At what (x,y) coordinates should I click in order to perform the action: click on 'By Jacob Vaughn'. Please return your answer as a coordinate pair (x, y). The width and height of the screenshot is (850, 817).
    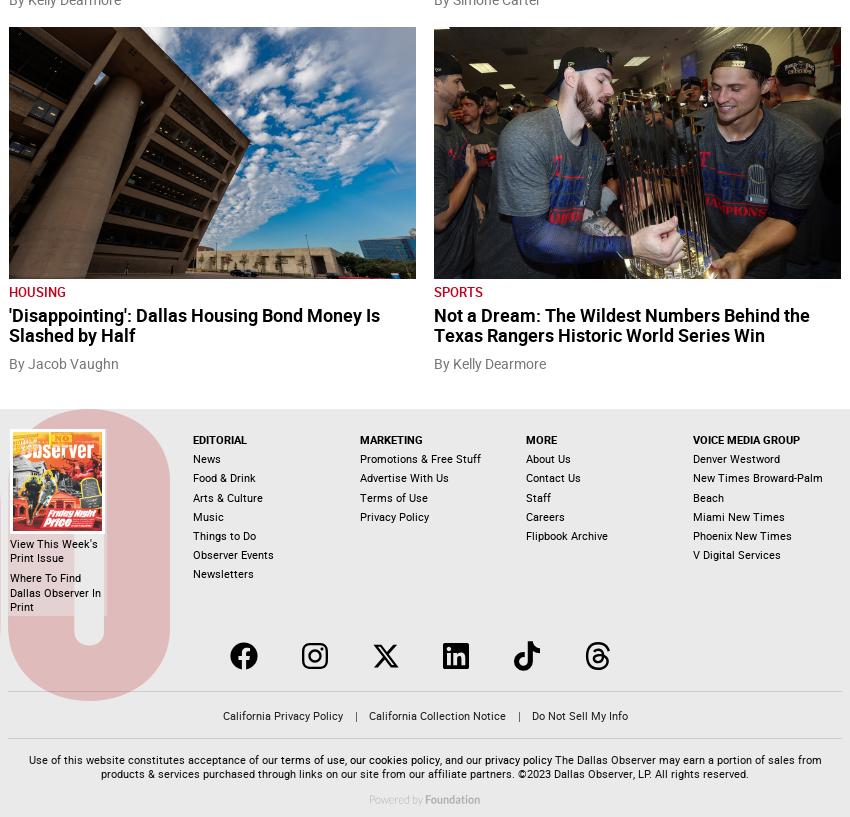
    Looking at the image, I should click on (64, 362).